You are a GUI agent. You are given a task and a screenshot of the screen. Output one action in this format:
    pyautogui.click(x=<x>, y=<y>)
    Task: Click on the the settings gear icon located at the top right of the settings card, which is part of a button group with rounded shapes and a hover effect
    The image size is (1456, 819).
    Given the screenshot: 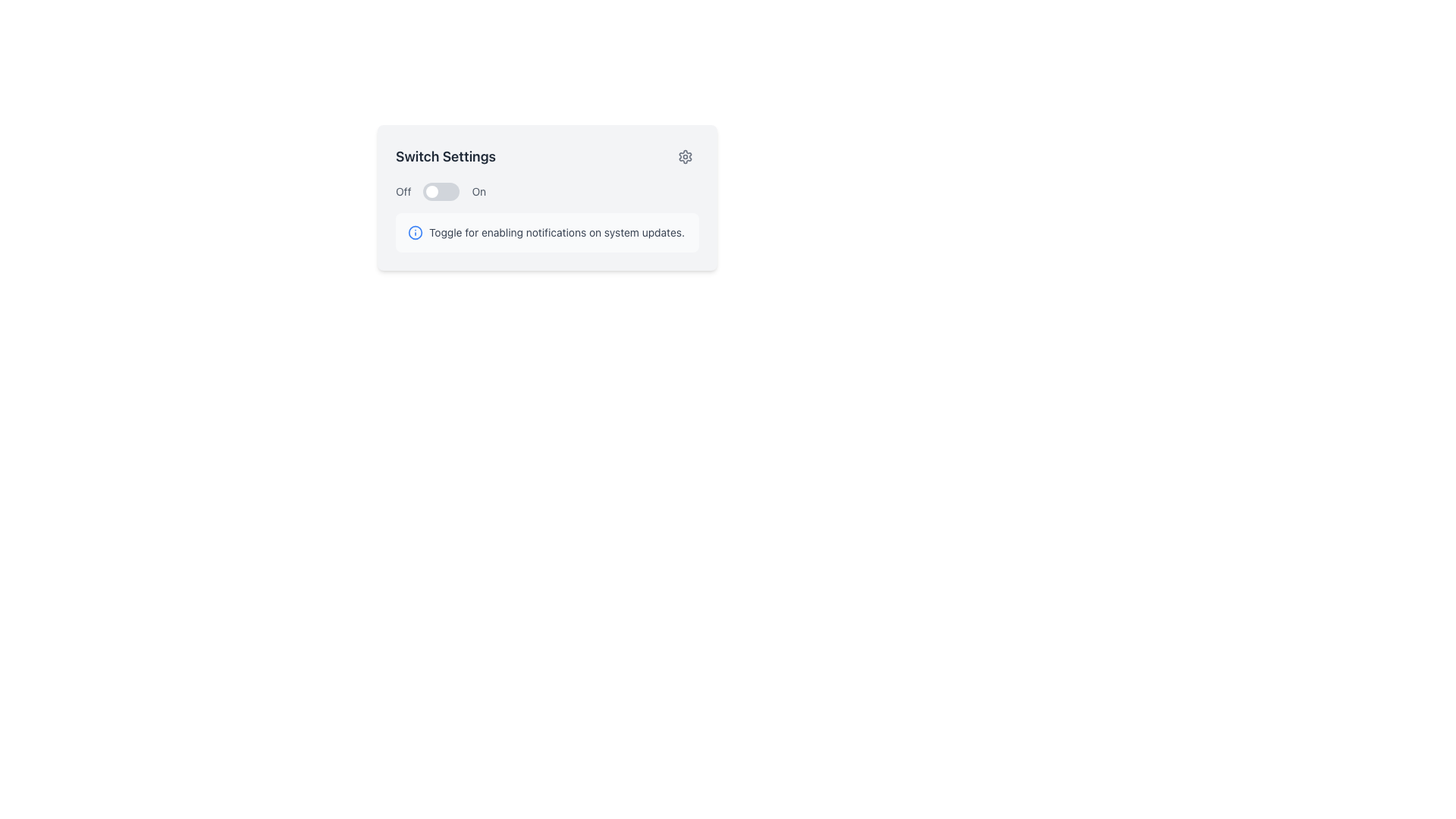 What is the action you would take?
    pyautogui.click(x=684, y=157)
    